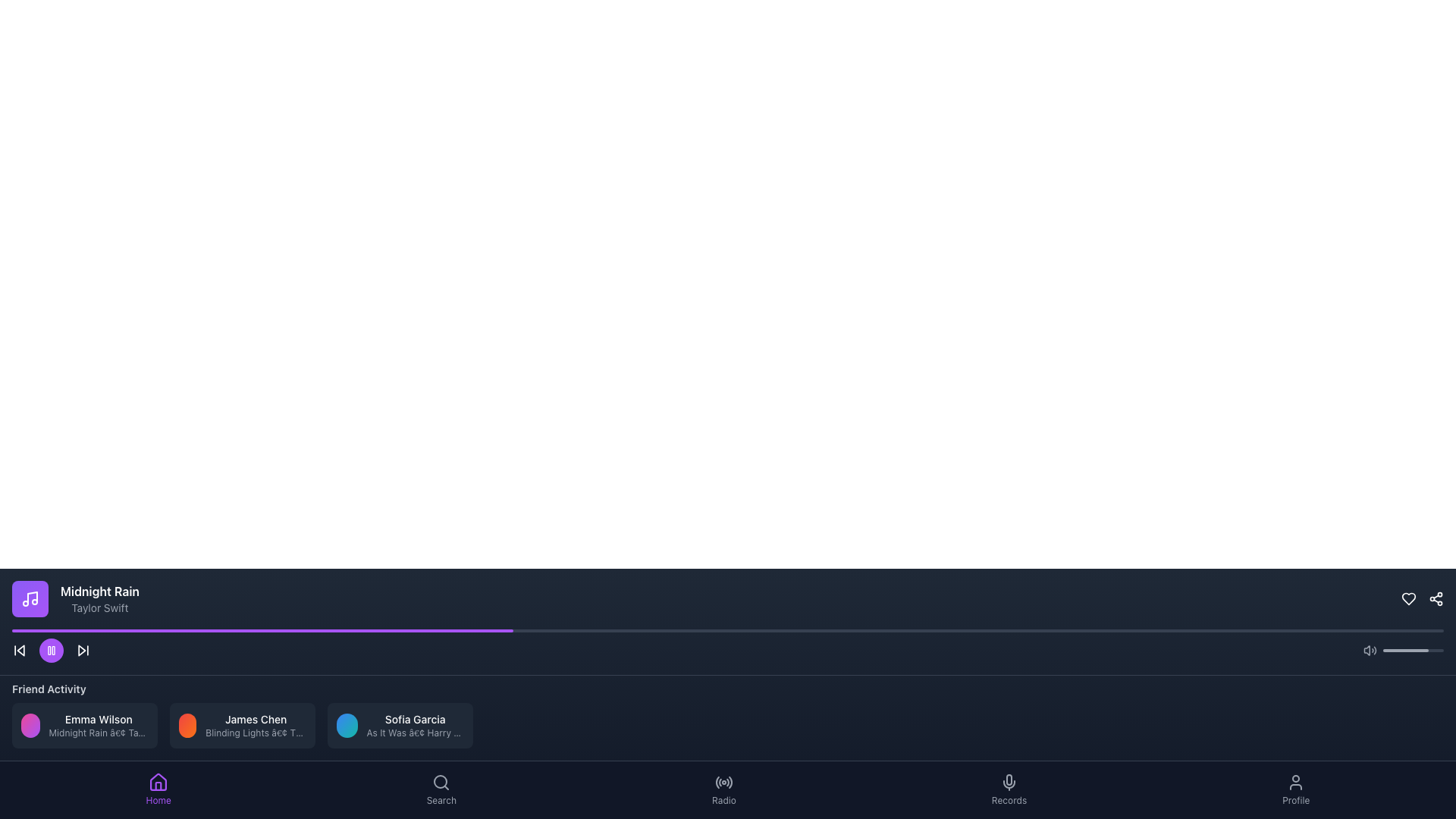  Describe the element at coordinates (83, 649) in the screenshot. I see `the skip button located at the far right of the playback controls bar, adjacent to the pause button, to change its text color` at that location.